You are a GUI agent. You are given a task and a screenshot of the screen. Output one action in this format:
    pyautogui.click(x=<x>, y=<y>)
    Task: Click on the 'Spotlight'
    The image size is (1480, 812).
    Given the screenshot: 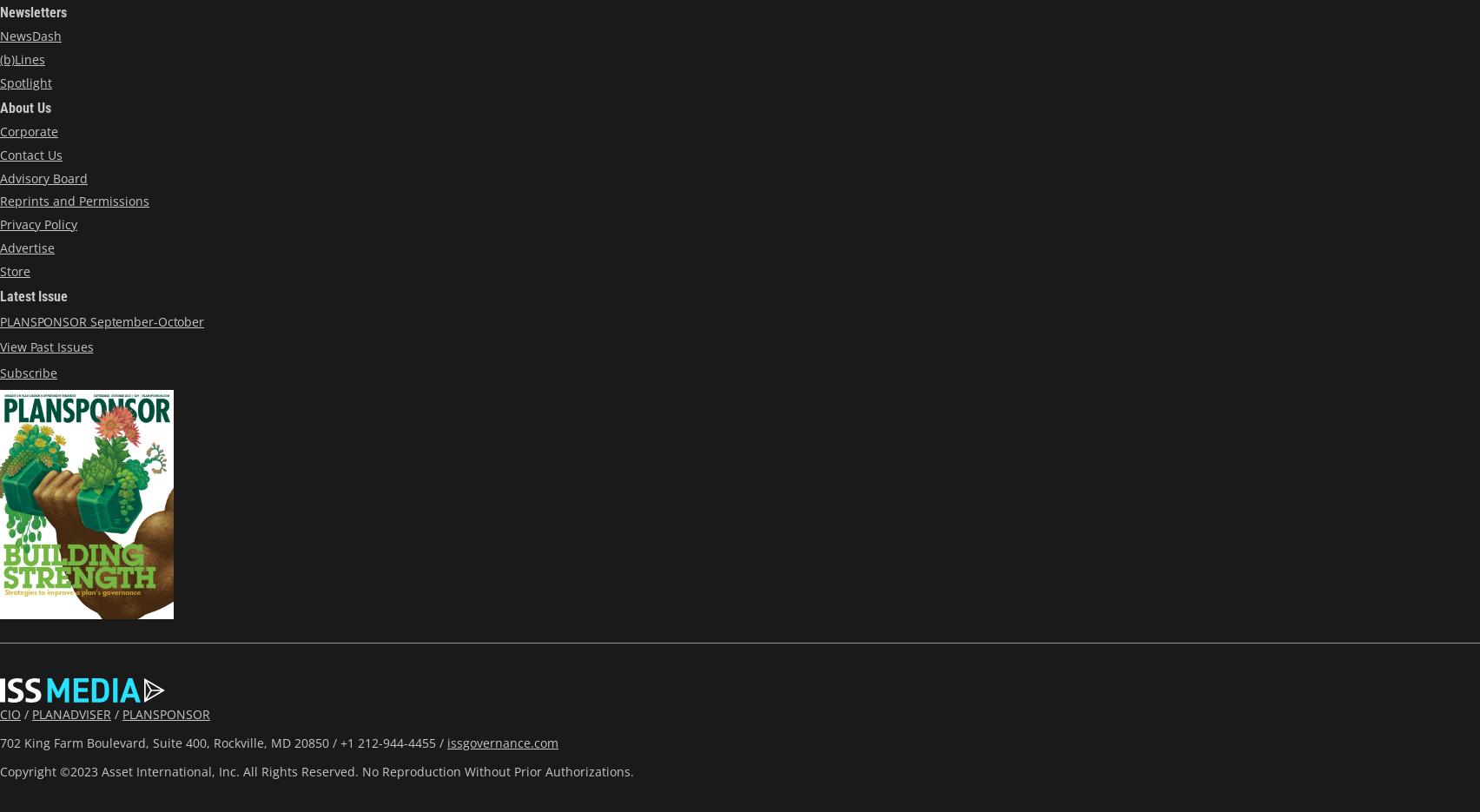 What is the action you would take?
    pyautogui.click(x=25, y=81)
    